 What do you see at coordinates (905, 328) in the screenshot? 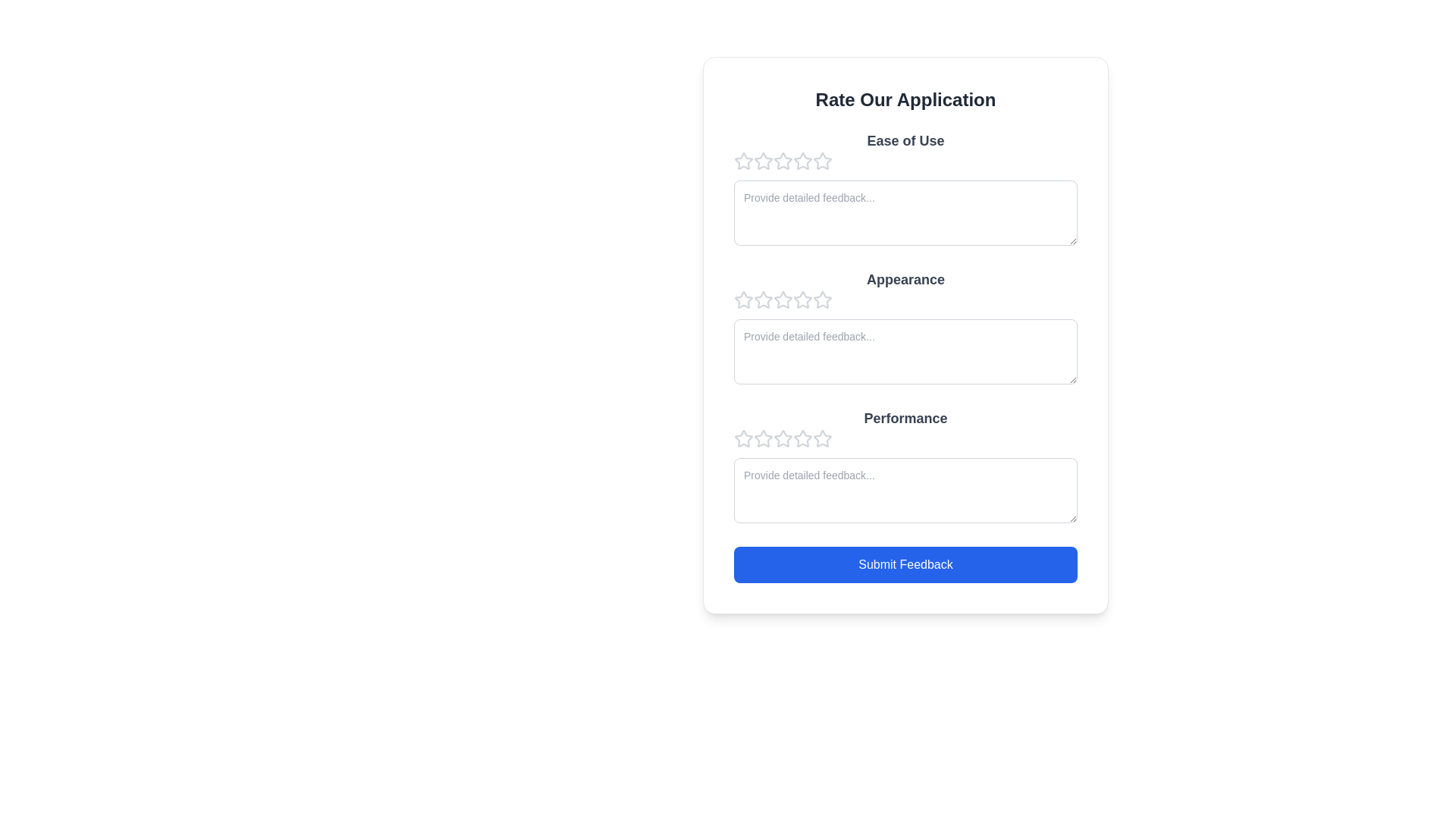
I see `the text input box within the 'Appearance' section for editing` at bounding box center [905, 328].